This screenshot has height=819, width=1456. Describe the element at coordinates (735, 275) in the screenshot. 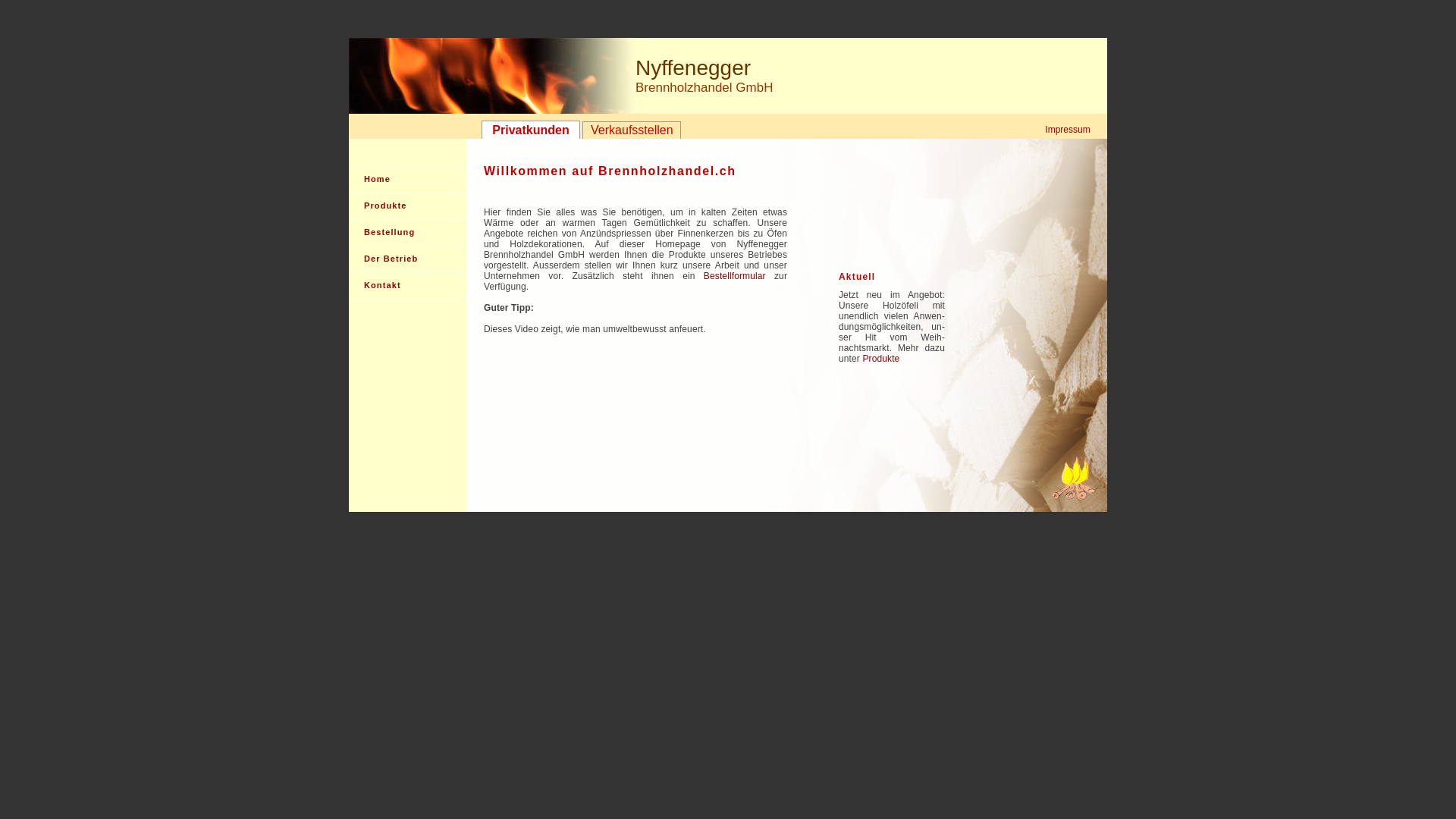

I see `'Bestellformular'` at that location.